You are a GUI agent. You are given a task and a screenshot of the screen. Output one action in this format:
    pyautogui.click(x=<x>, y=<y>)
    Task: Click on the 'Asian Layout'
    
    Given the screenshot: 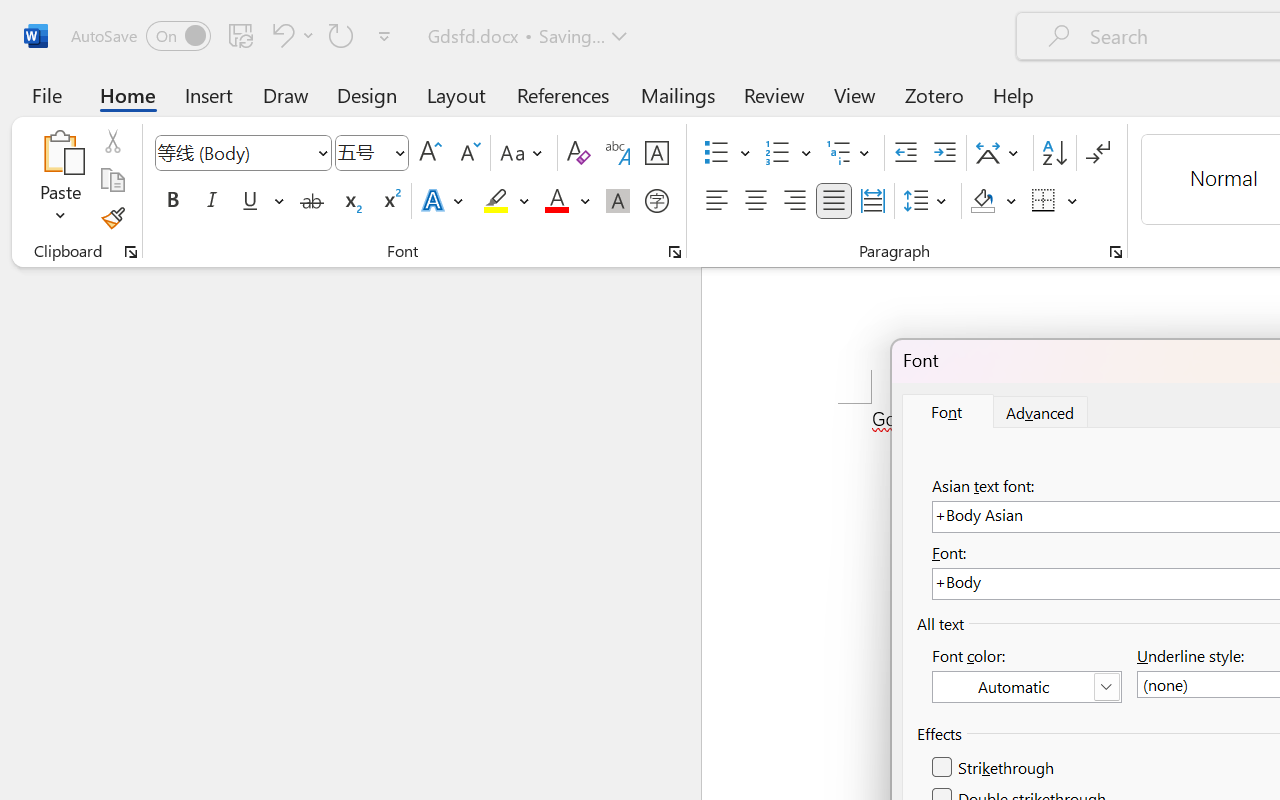 What is the action you would take?
    pyautogui.click(x=1000, y=153)
    